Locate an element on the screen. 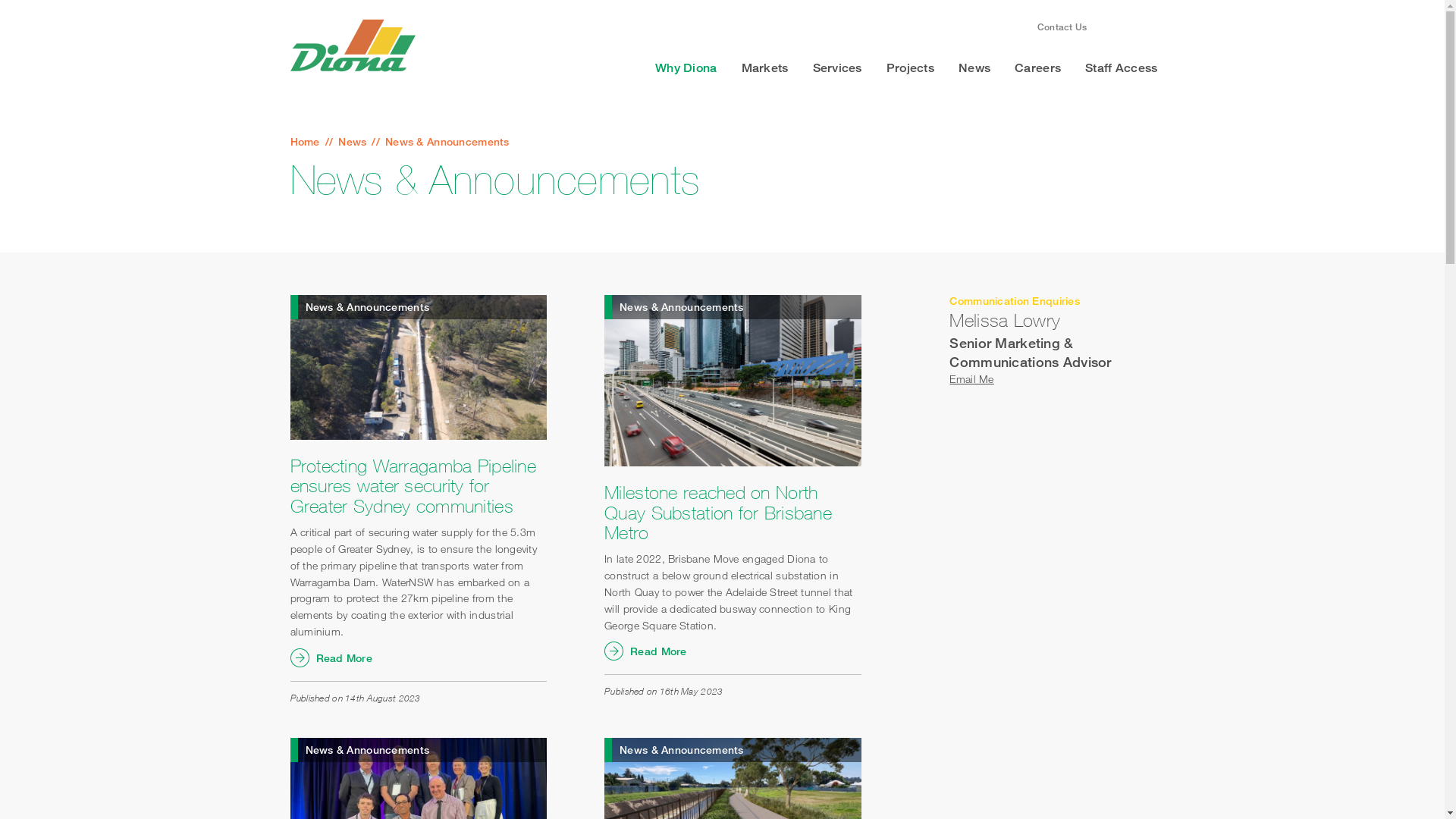 This screenshot has height=819, width=1456. 'Why Diona' is located at coordinates (686, 67).